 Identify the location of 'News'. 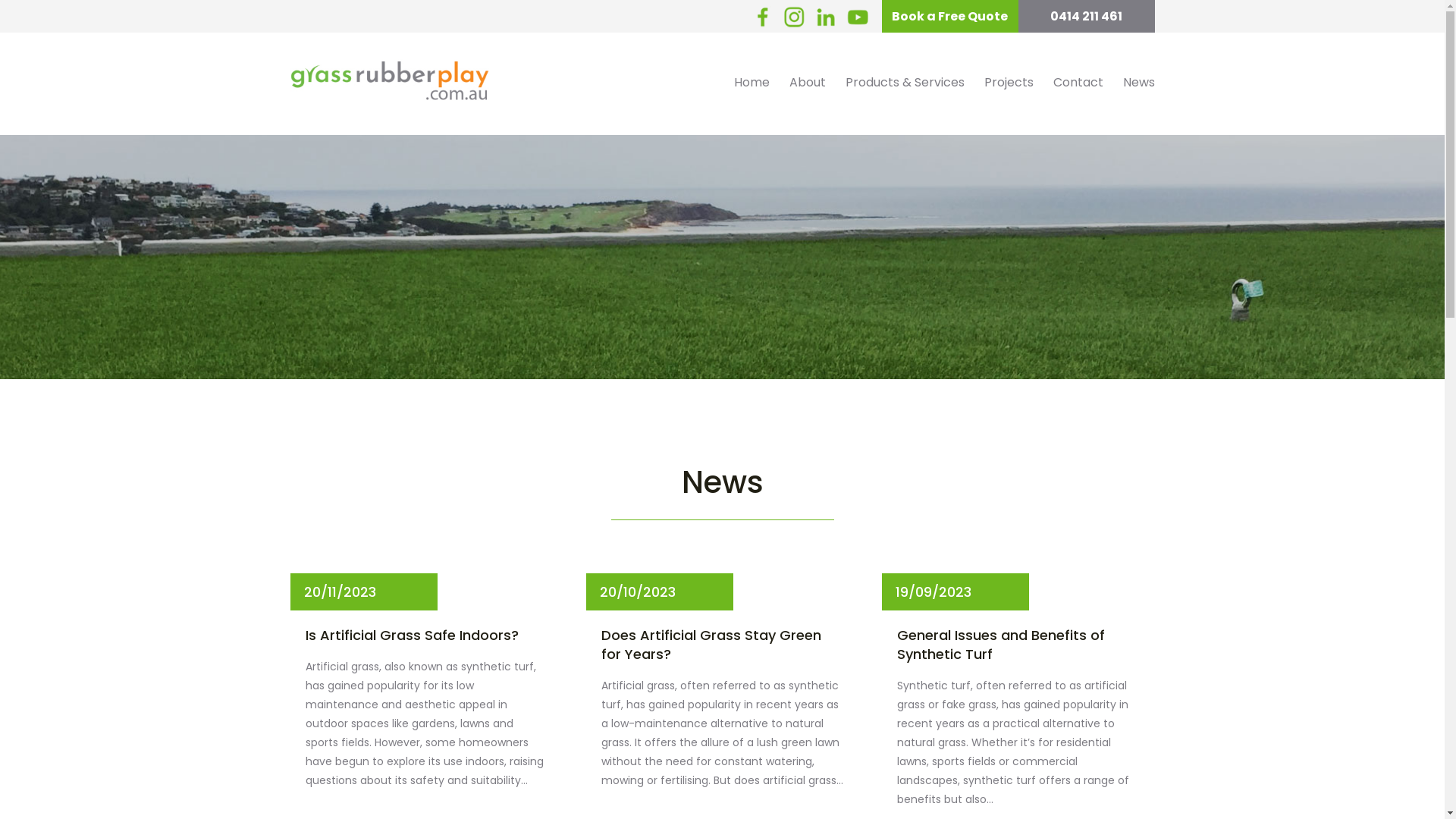
(1113, 82).